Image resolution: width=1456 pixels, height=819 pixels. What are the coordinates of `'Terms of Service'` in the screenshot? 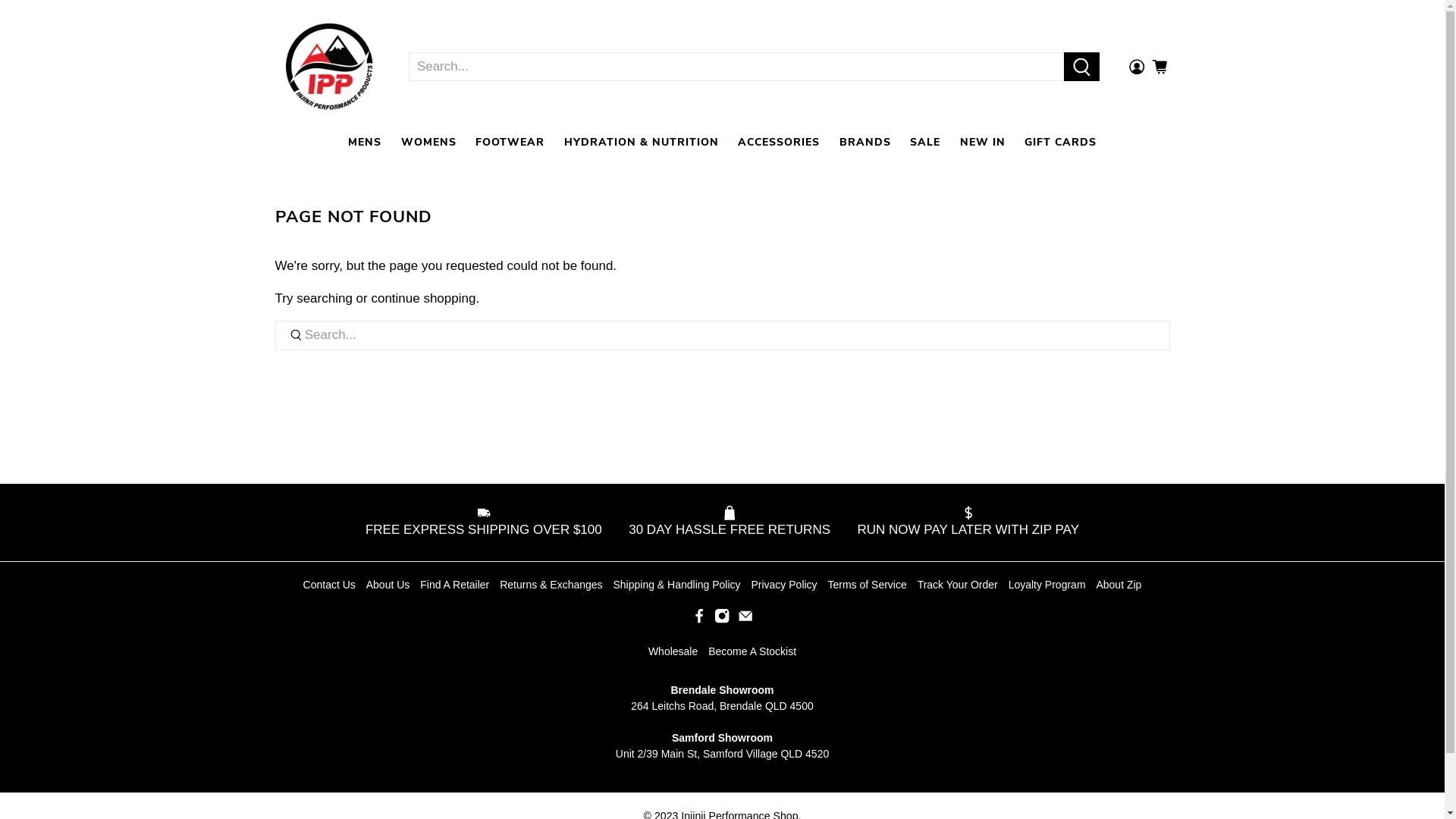 It's located at (867, 584).